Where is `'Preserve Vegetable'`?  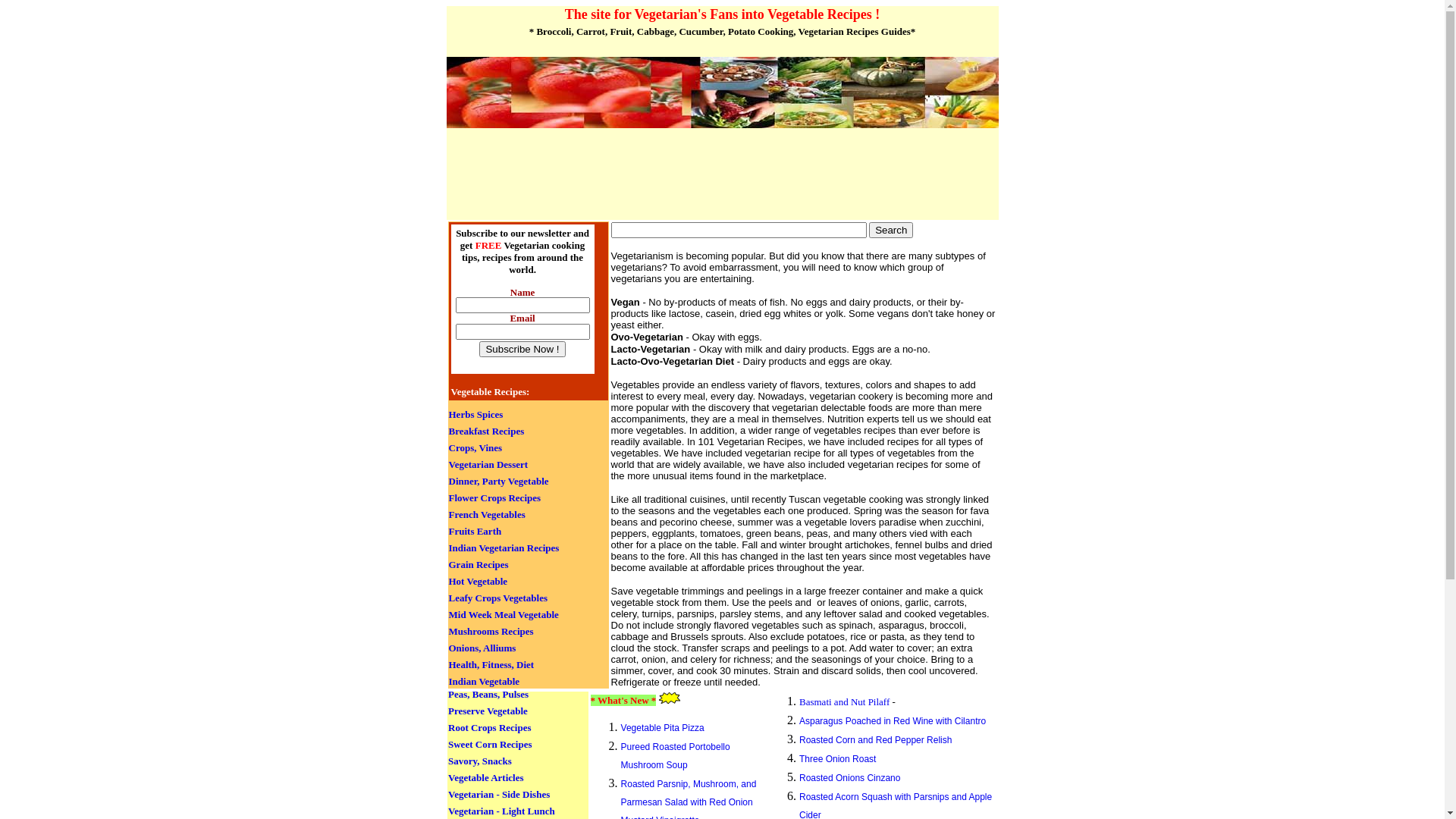 'Preserve Vegetable' is located at coordinates (447, 711).